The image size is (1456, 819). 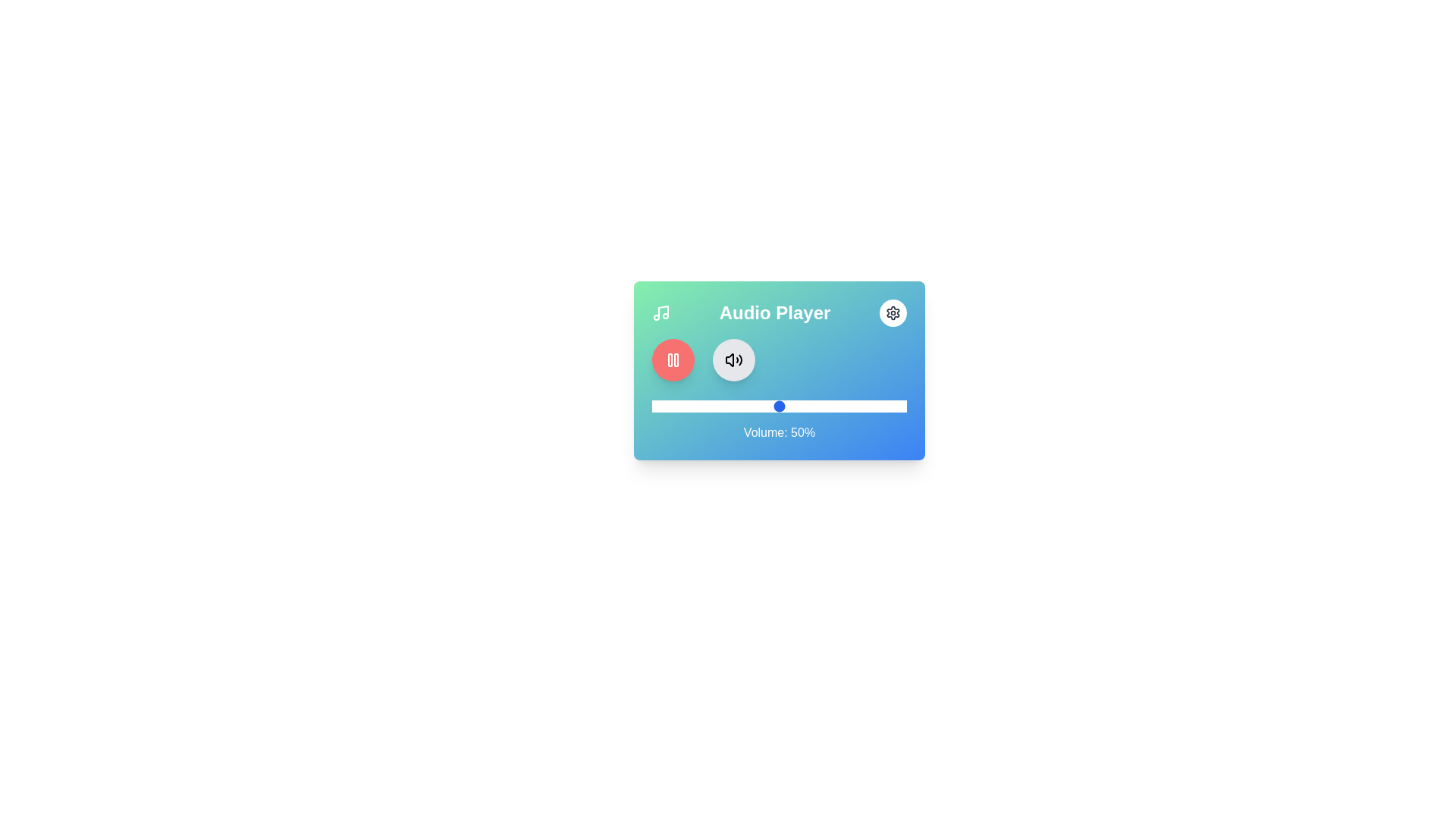 I want to click on volume, so click(x=674, y=406).